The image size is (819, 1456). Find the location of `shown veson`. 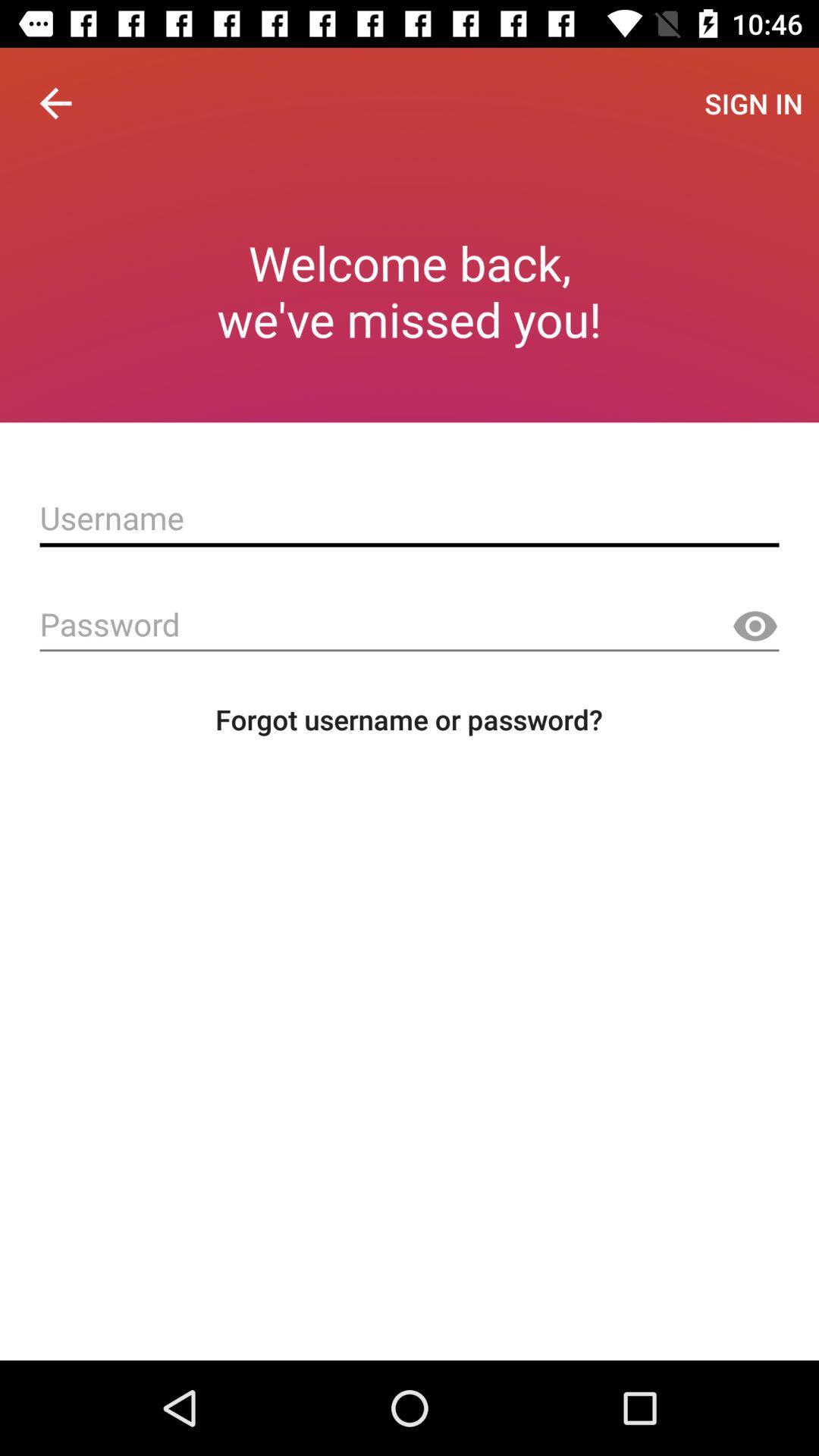

shown veson is located at coordinates (755, 626).